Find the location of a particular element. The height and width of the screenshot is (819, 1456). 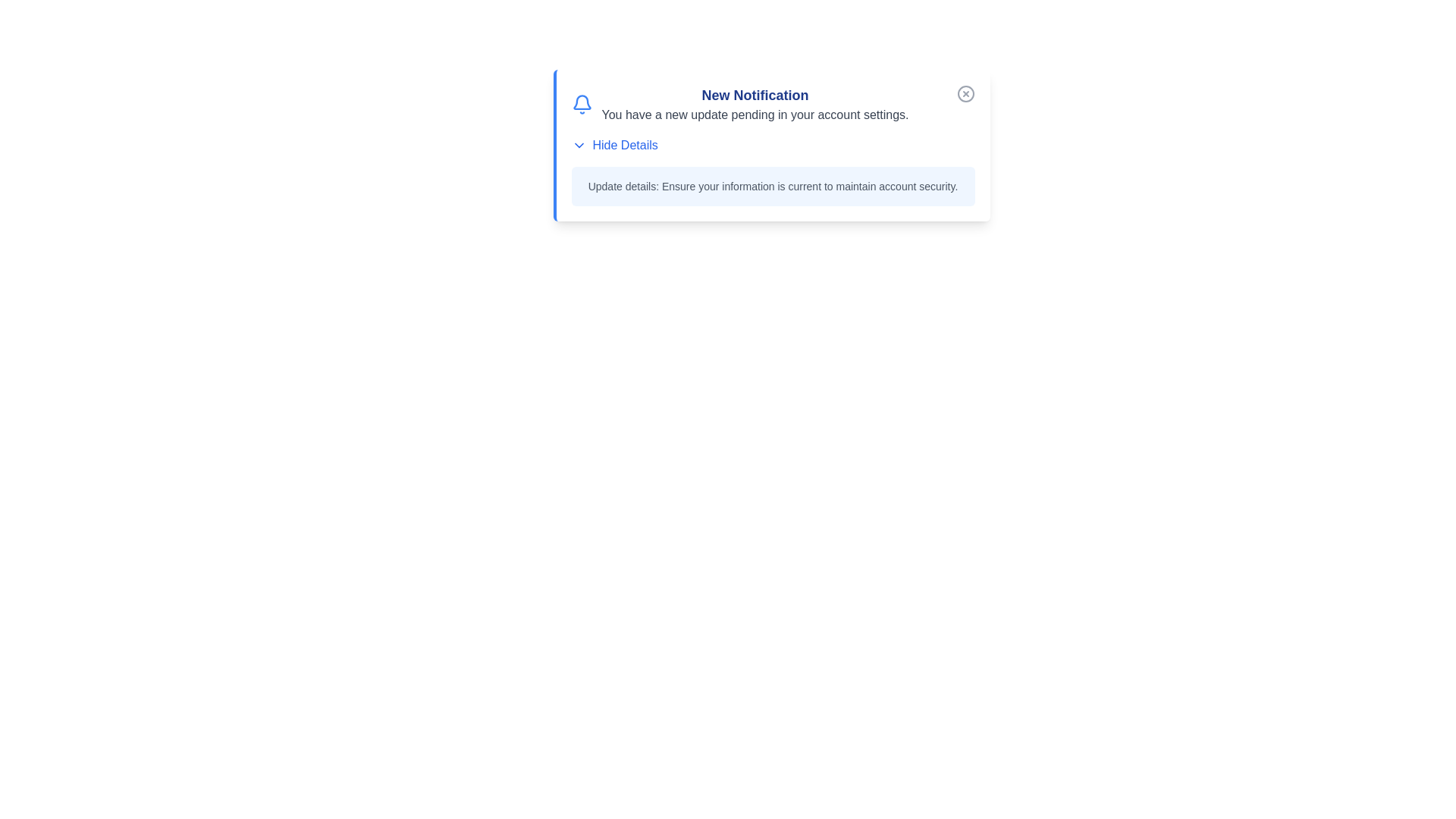

the text stating 'You have a new update pending in your account settings.' which is styled in gray and located below the heading 'New Notification' is located at coordinates (755, 114).